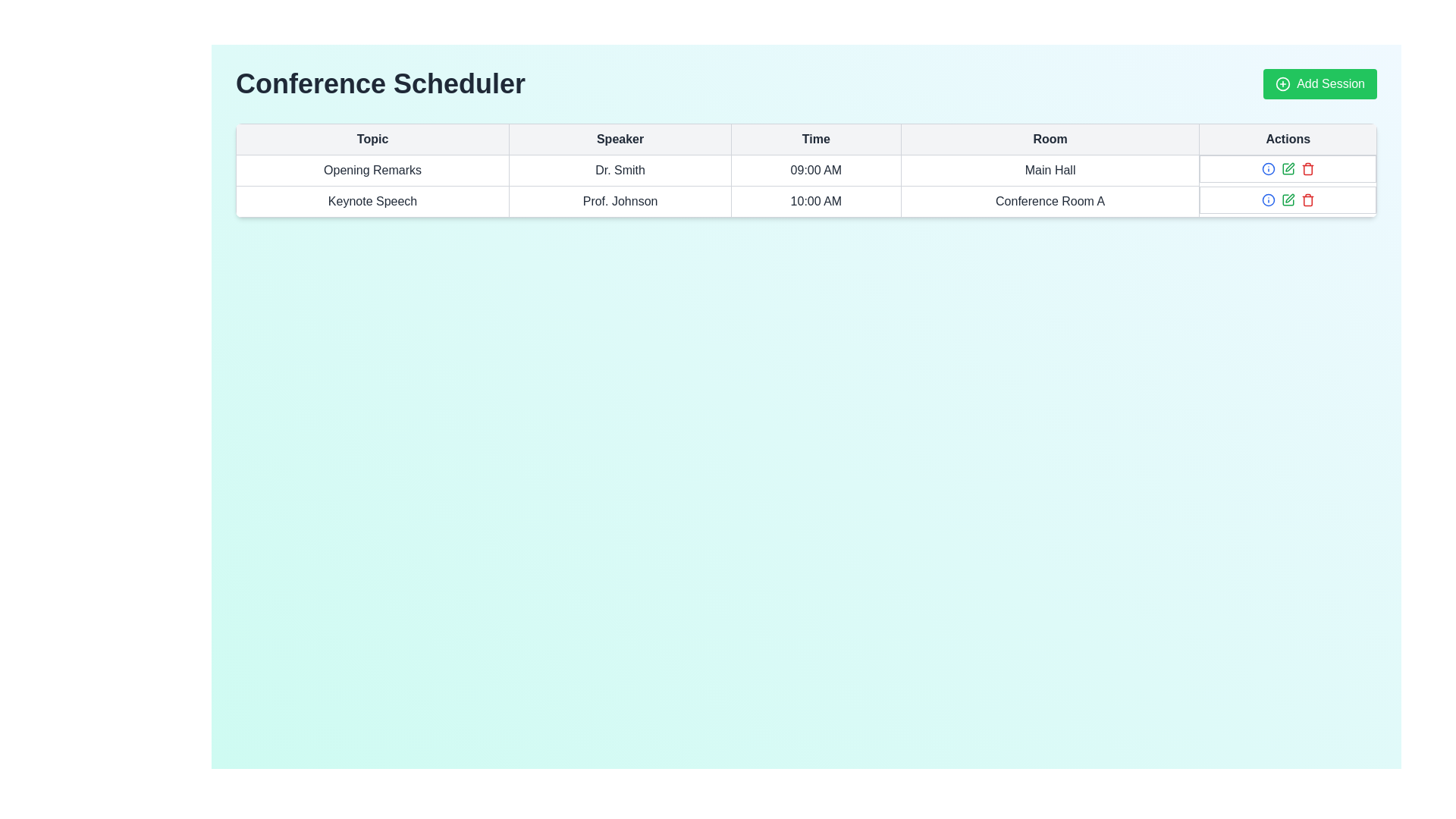 This screenshot has width=1456, height=819. What do you see at coordinates (1268, 199) in the screenshot?
I see `the outlined circle icon with a white center and blue border located in the 'Actions' column of the first row of the table` at bounding box center [1268, 199].